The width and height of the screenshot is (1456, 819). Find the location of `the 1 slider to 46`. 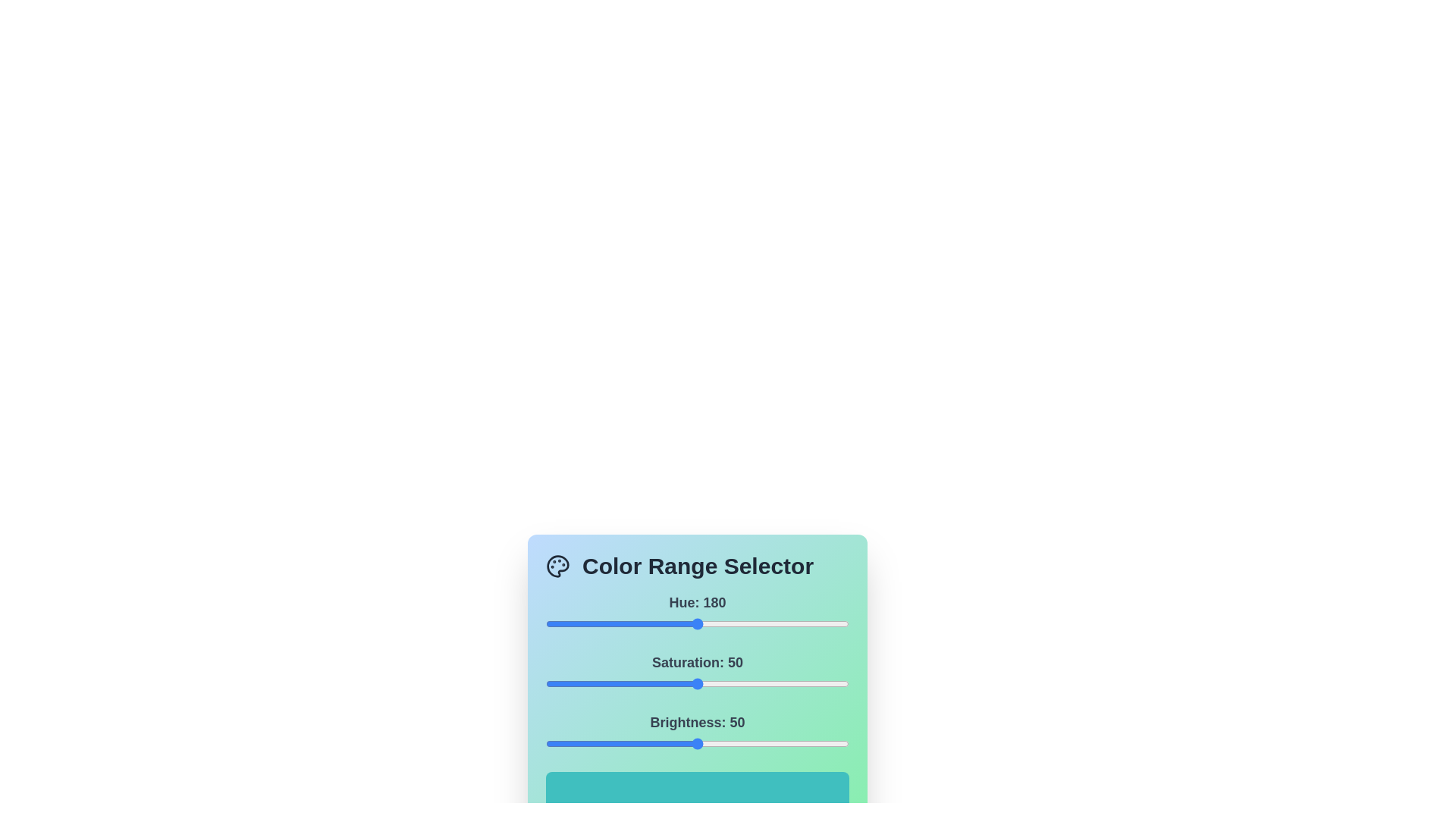

the 1 slider to 46 is located at coordinates (684, 684).